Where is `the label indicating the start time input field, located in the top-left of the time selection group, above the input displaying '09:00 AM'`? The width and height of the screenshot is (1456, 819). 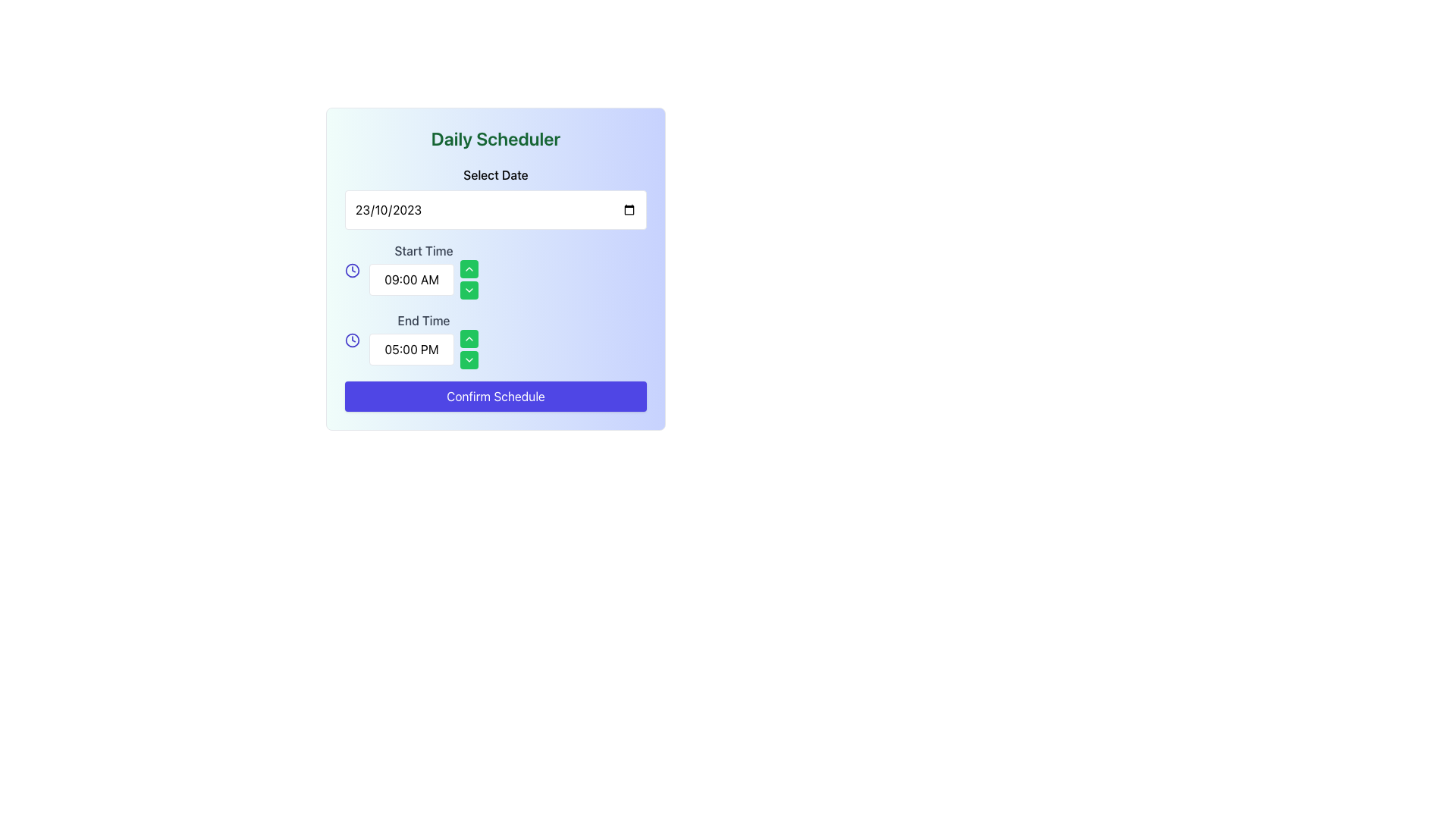 the label indicating the start time input field, located in the top-left of the time selection group, above the input displaying '09:00 AM' is located at coordinates (423, 250).